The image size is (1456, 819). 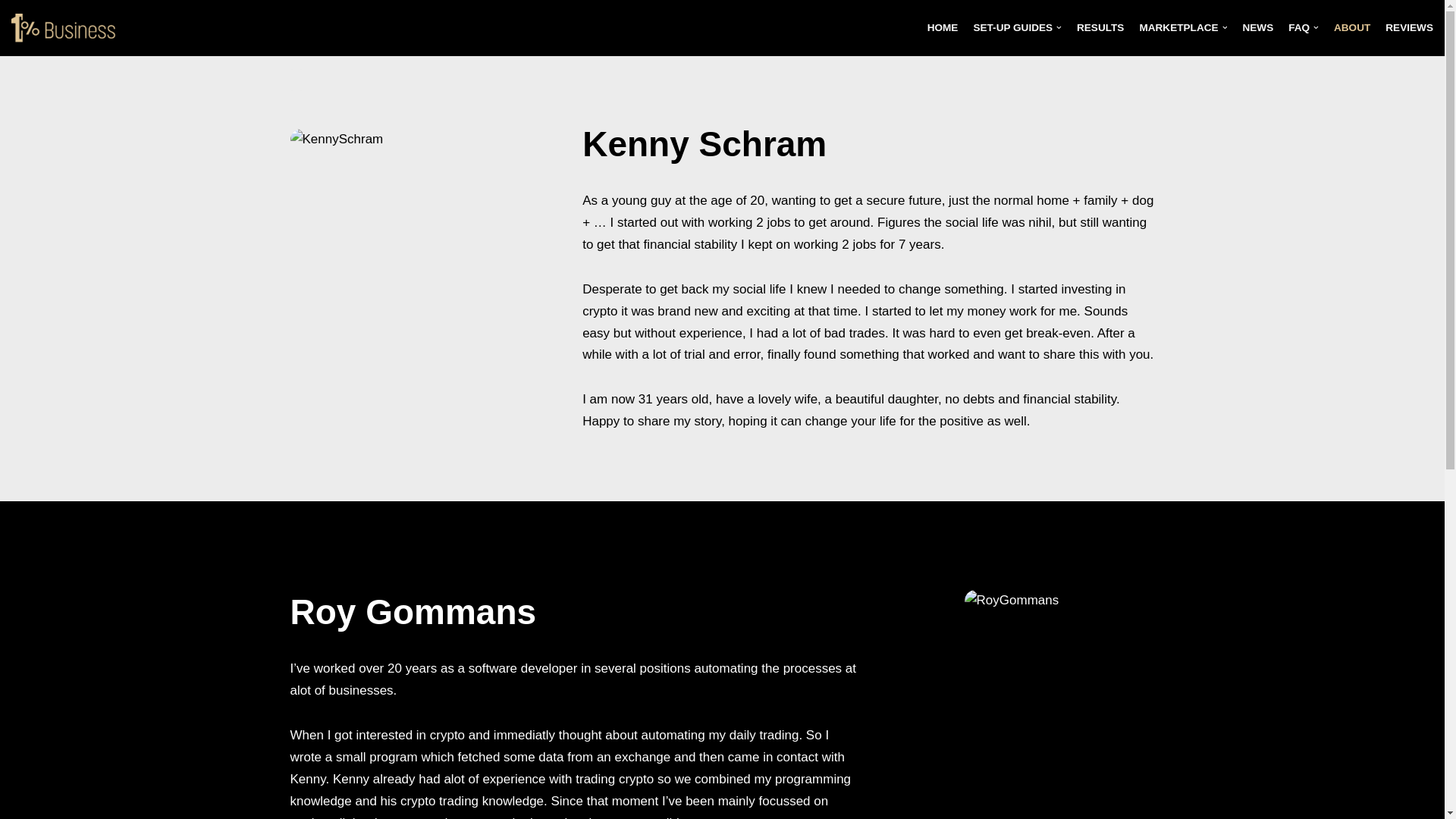 I want to click on 'REVIEWS', so click(x=1408, y=27).